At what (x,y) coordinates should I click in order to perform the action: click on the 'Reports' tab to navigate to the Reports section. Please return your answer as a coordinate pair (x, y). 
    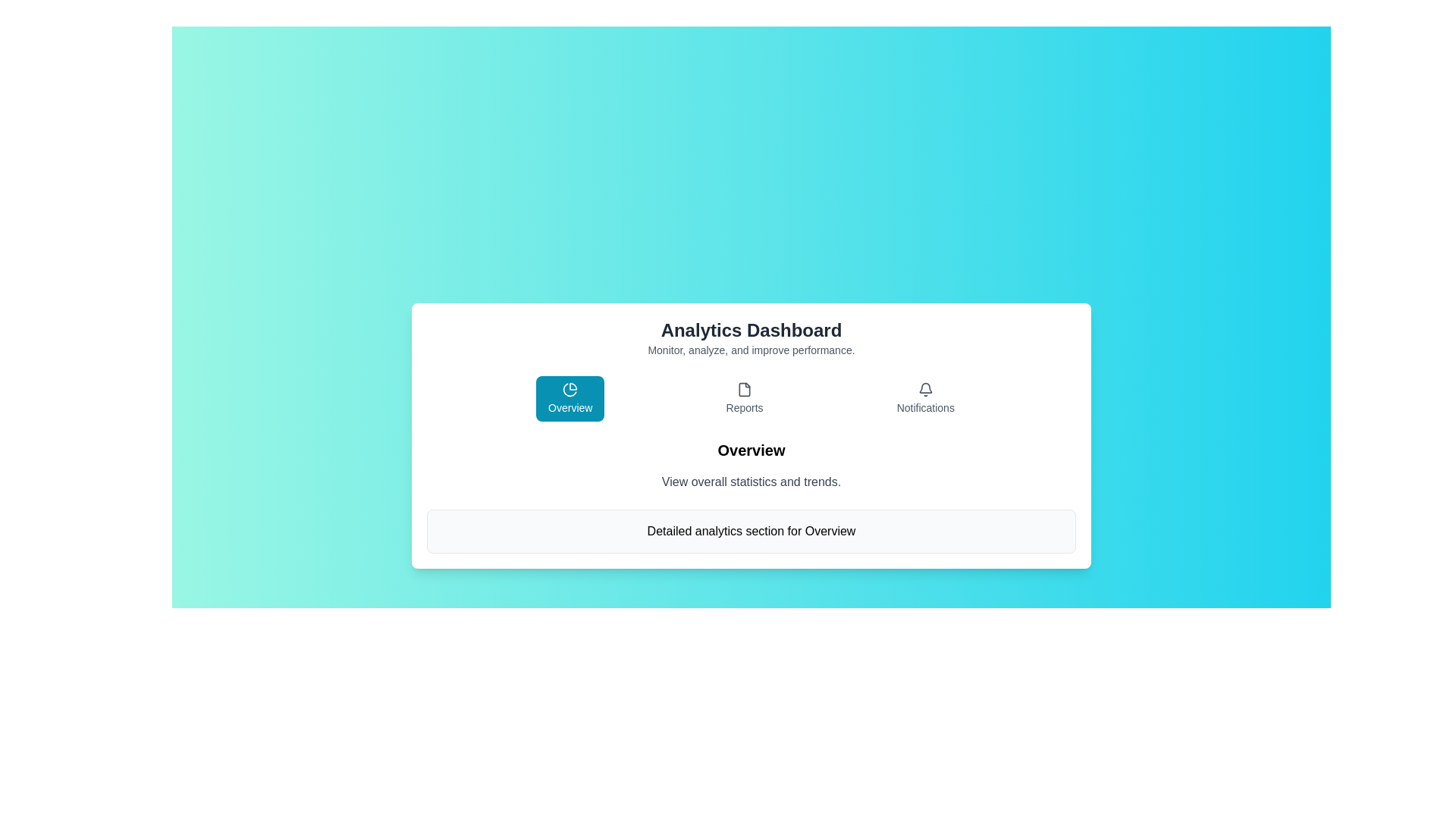
    Looking at the image, I should click on (745, 397).